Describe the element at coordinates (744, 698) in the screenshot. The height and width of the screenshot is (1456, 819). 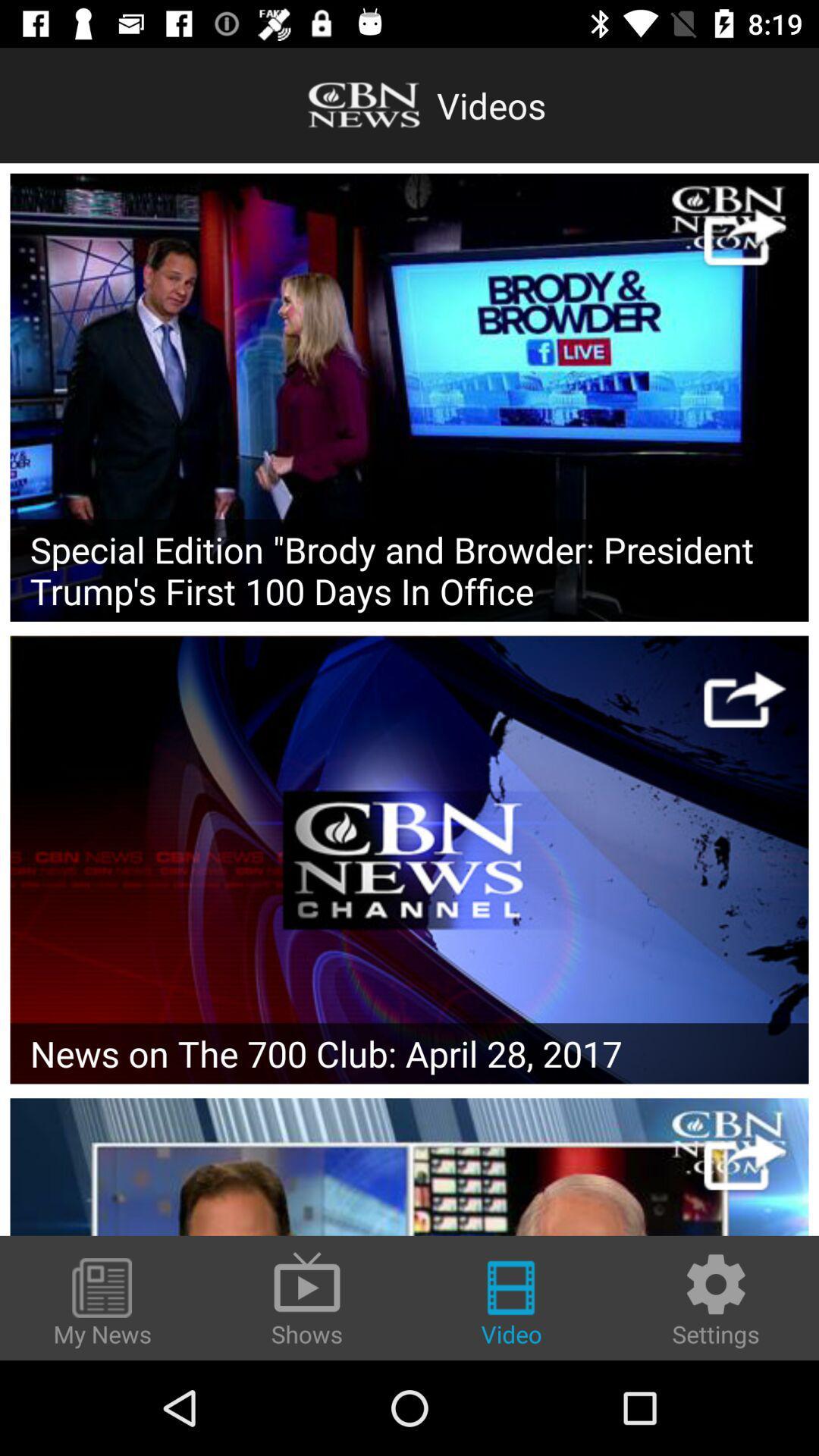
I see `share the video` at that location.